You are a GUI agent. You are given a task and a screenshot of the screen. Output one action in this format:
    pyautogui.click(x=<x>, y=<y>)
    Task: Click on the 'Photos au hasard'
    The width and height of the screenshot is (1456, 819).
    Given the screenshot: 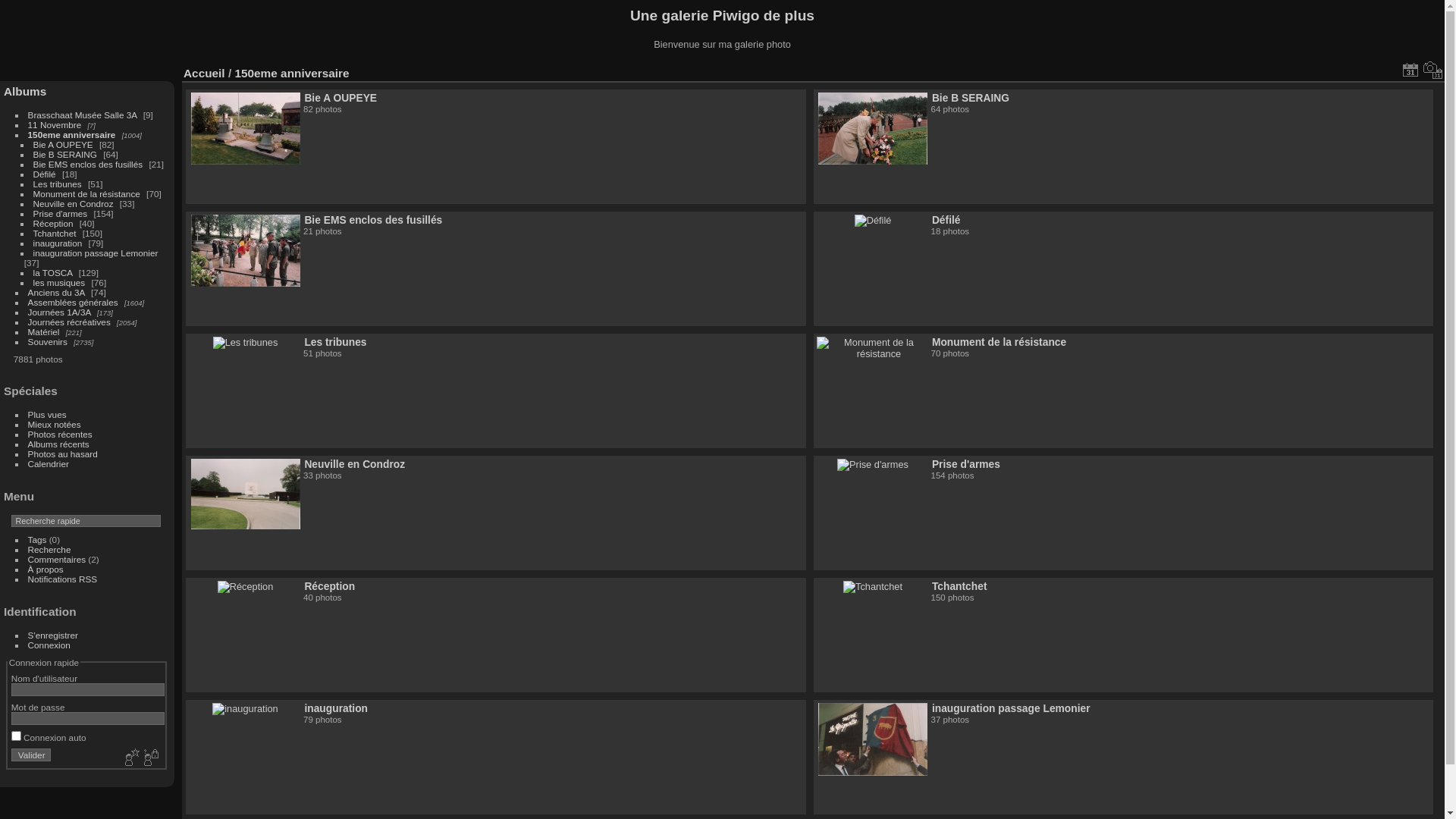 What is the action you would take?
    pyautogui.click(x=61, y=453)
    